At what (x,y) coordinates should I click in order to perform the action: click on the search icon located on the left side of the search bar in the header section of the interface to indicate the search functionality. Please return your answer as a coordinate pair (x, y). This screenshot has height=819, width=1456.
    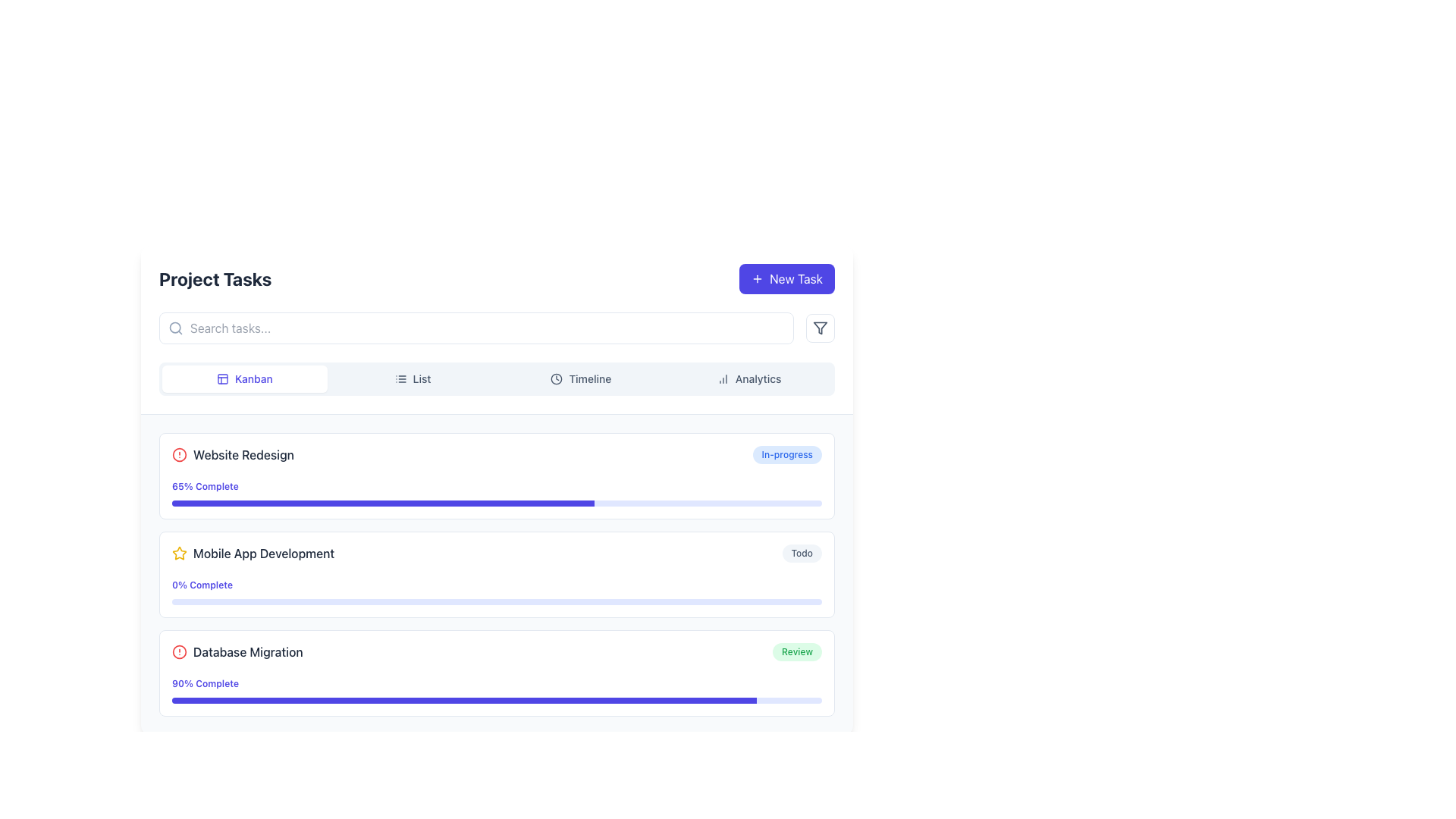
    Looking at the image, I should click on (175, 327).